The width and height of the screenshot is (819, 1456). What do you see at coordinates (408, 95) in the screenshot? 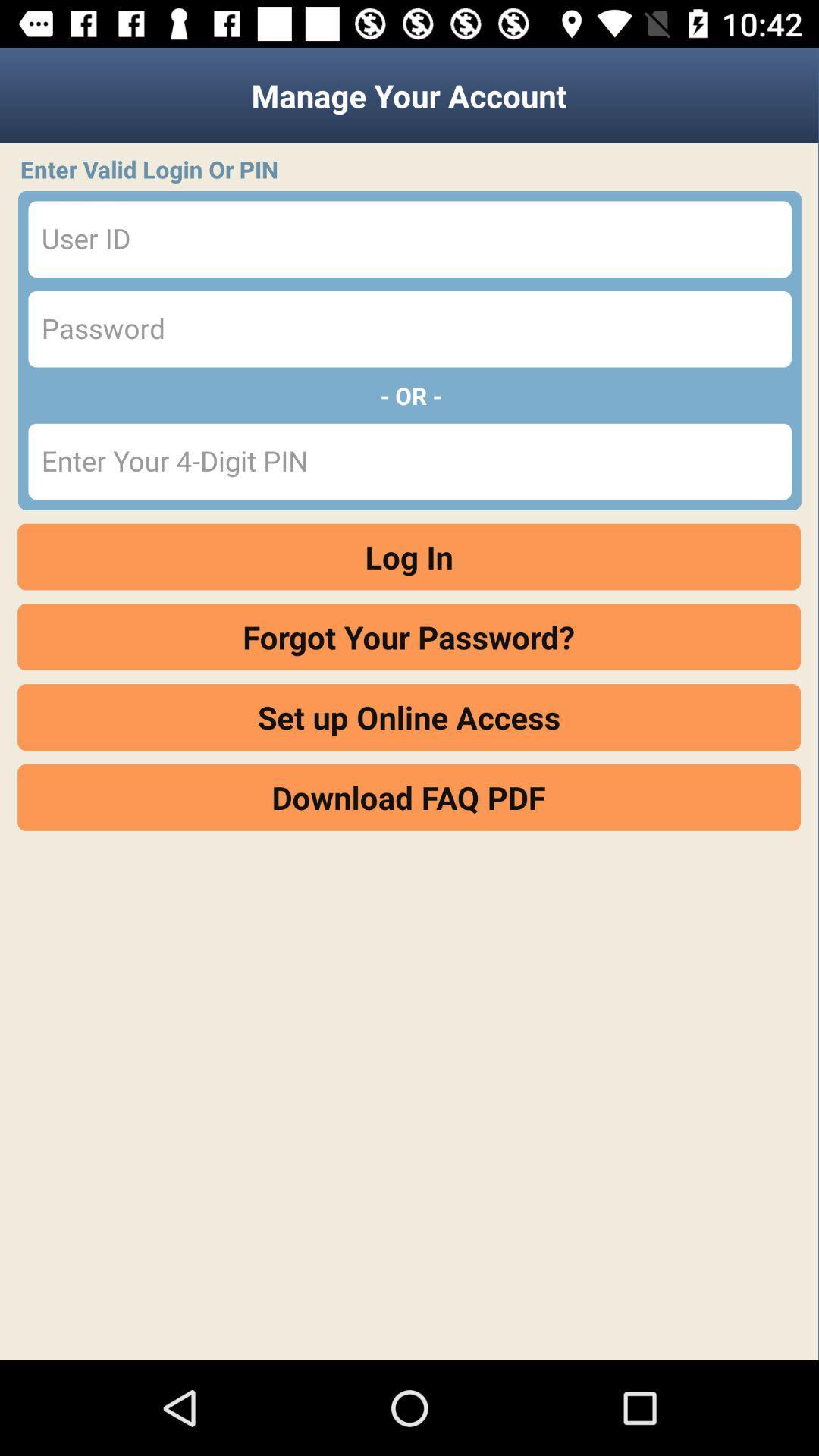
I see `manage your account item` at bounding box center [408, 95].